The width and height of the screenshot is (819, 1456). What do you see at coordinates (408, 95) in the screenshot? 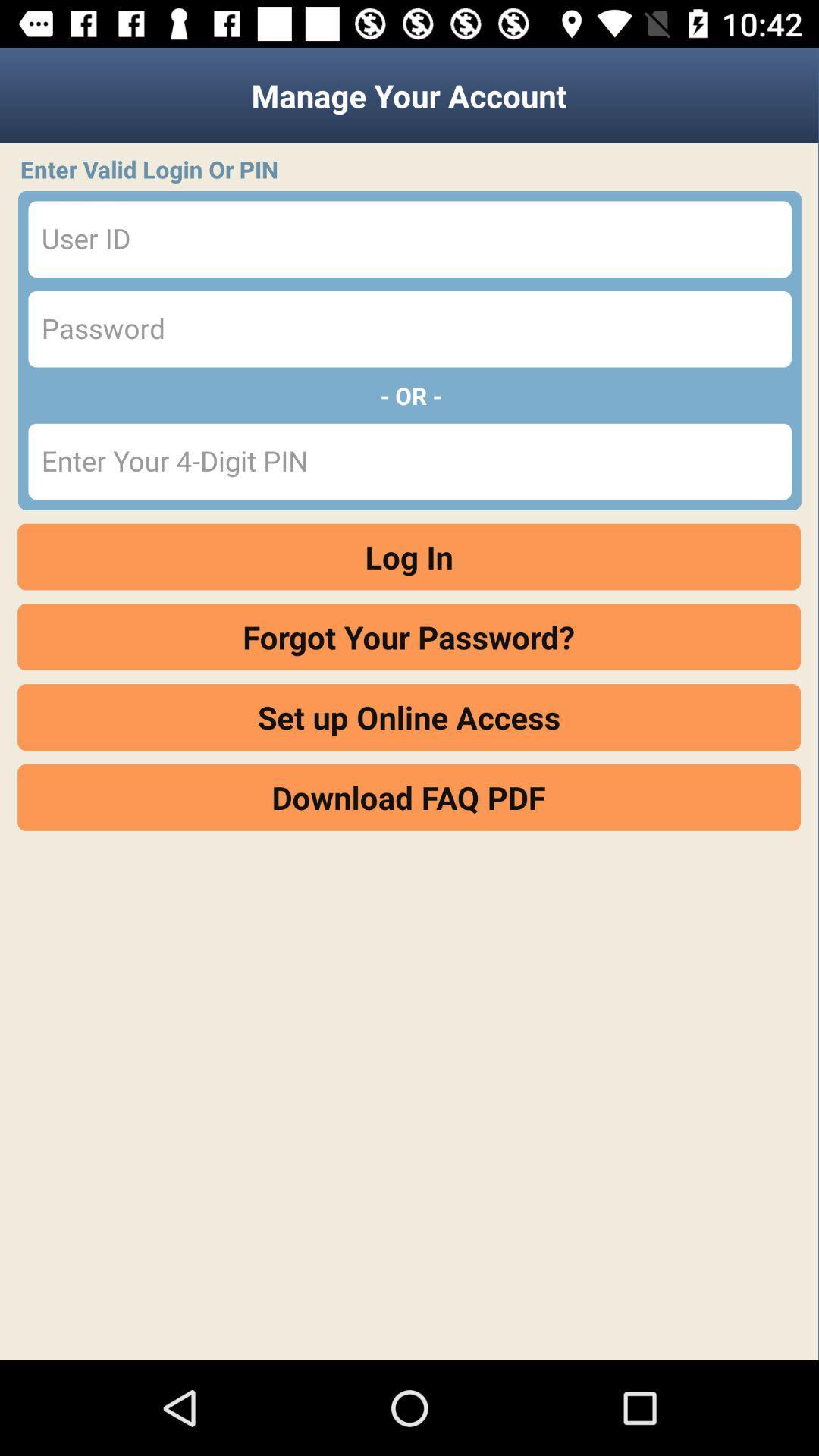
I see `manage your account item` at bounding box center [408, 95].